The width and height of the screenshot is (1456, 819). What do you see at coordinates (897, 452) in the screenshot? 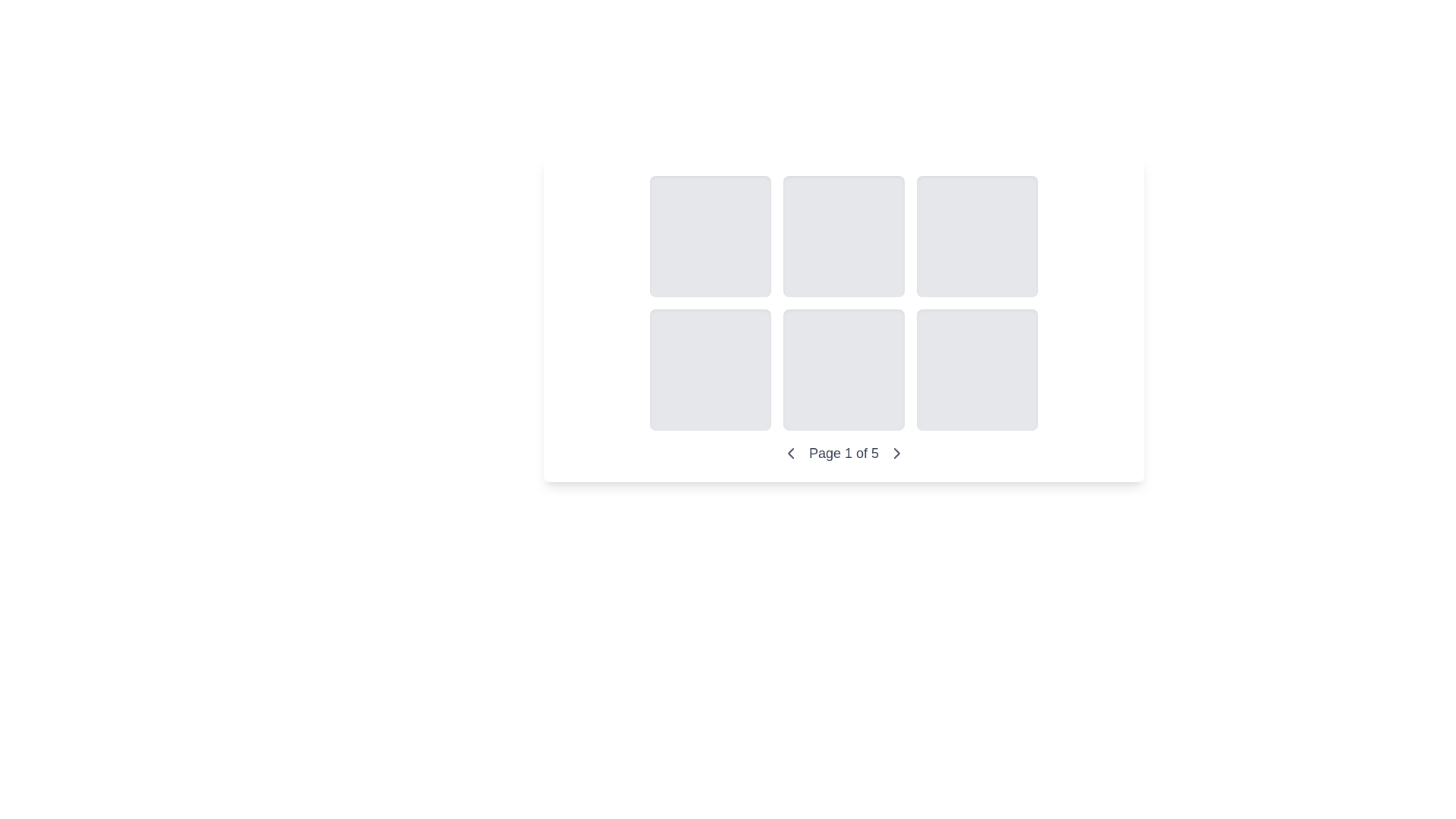
I see `the chevron-right icon for navigation to proceed to the next page in the page navigation controls located at the bottom-center of the interface` at bounding box center [897, 452].